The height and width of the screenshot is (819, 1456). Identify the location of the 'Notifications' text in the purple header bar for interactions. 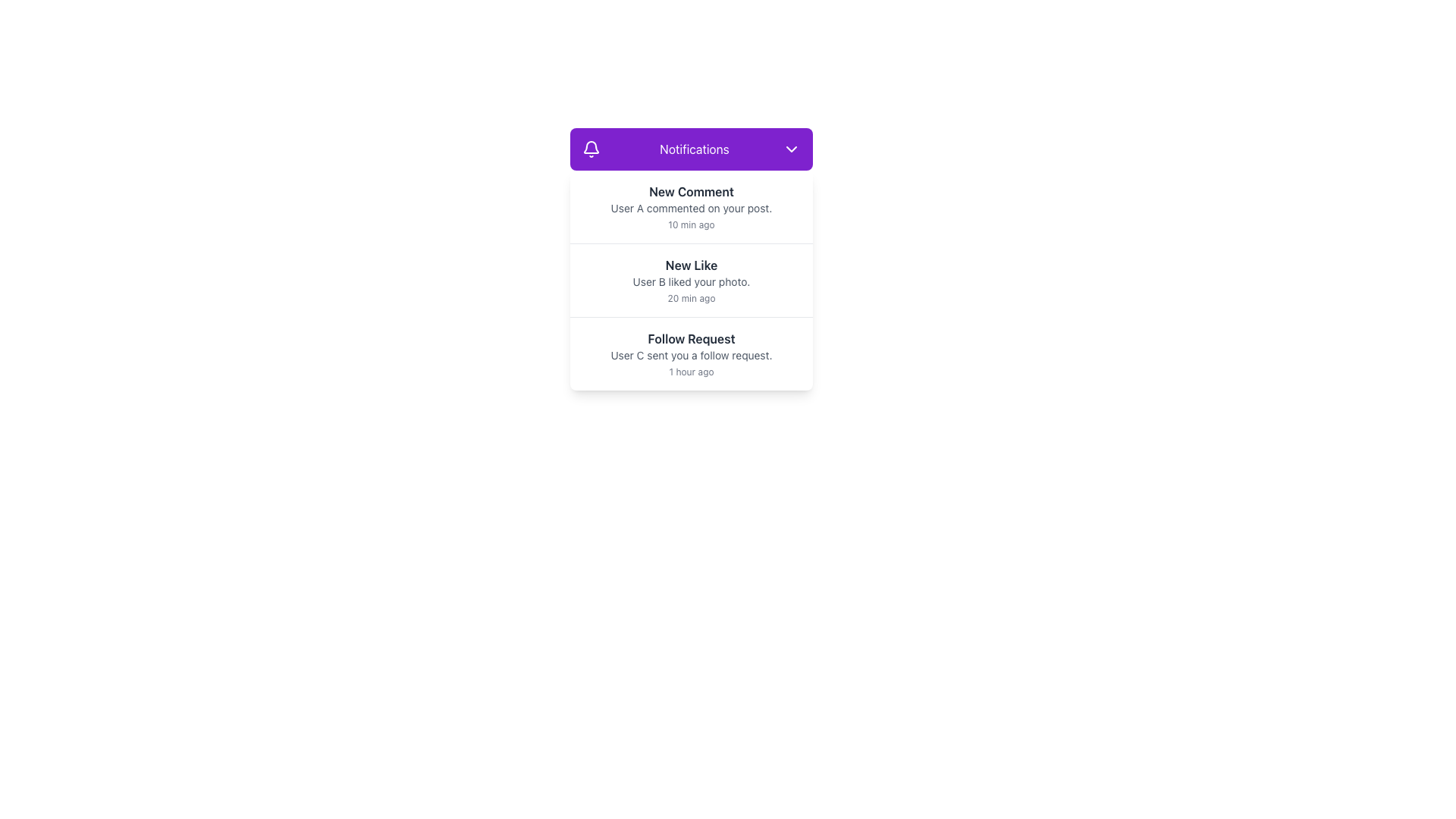
(691, 149).